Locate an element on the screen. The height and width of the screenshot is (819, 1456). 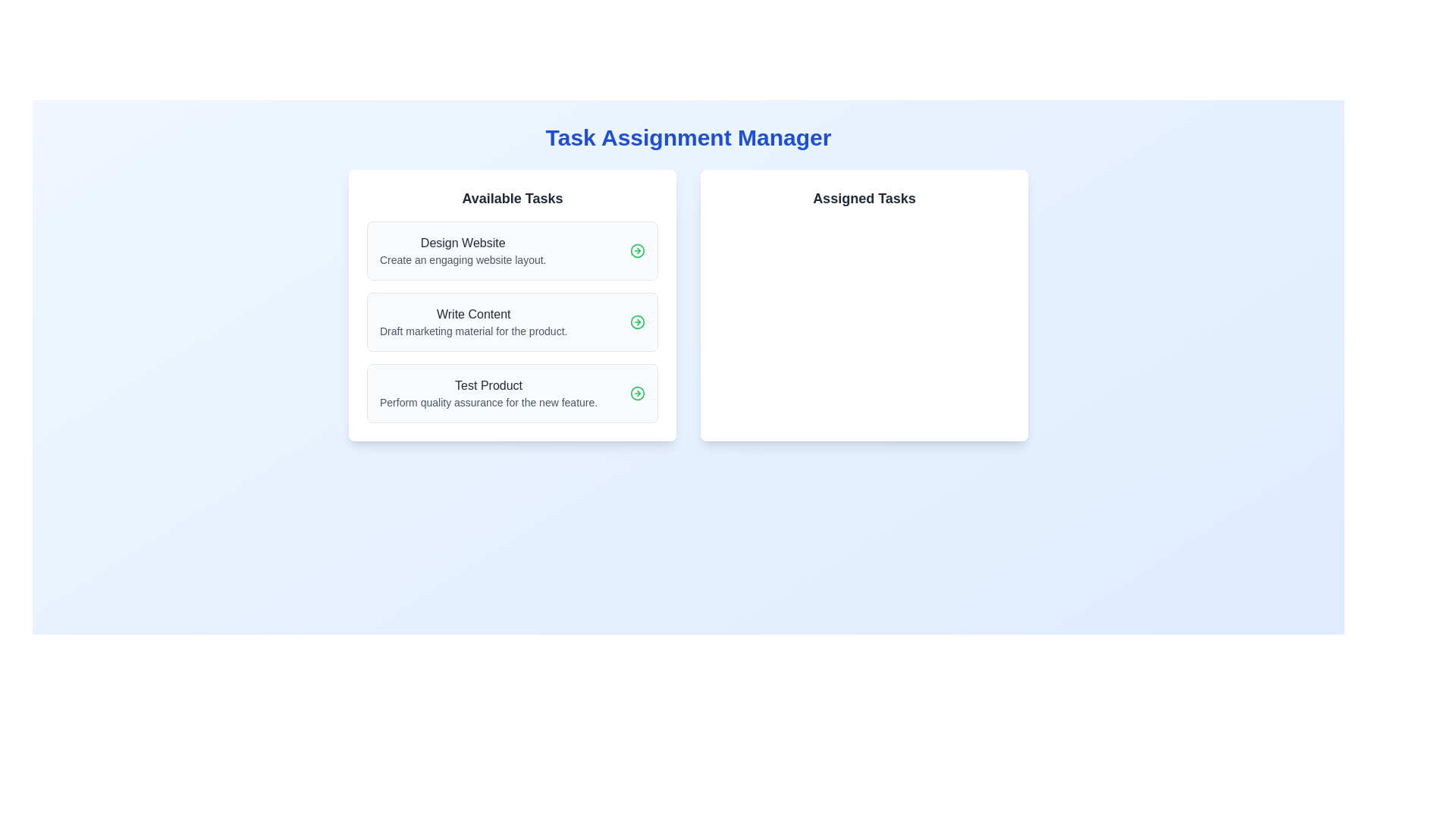
the text label that displays the header 'Design Website' and the secondary text 'Create an engaging website layout.' which is located in the uppermost task box under 'Available Tasks.' is located at coordinates (462, 250).